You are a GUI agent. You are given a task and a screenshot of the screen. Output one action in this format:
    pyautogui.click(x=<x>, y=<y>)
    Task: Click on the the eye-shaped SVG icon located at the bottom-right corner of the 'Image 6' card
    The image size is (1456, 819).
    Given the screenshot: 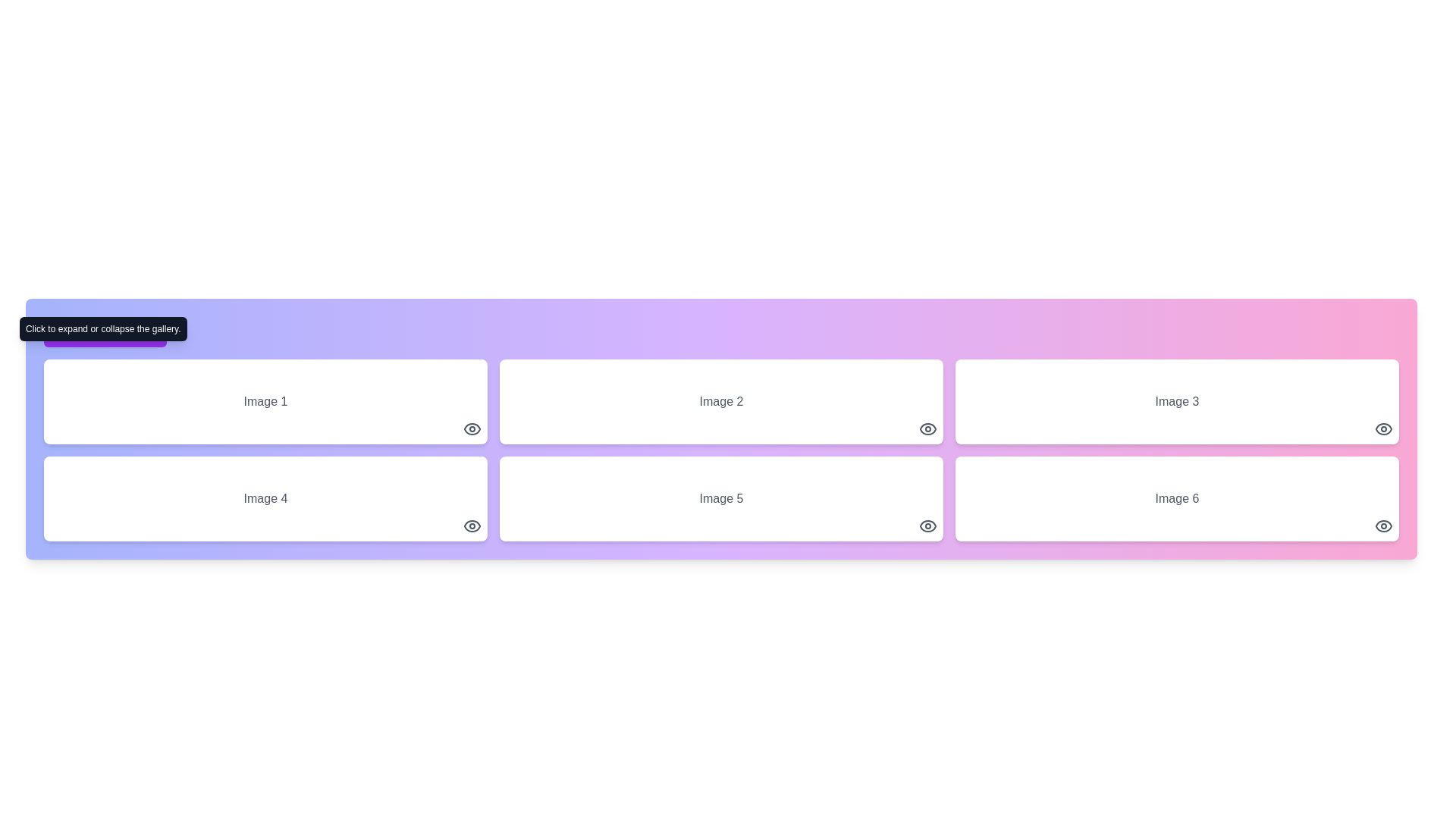 What is the action you would take?
    pyautogui.click(x=1383, y=526)
    